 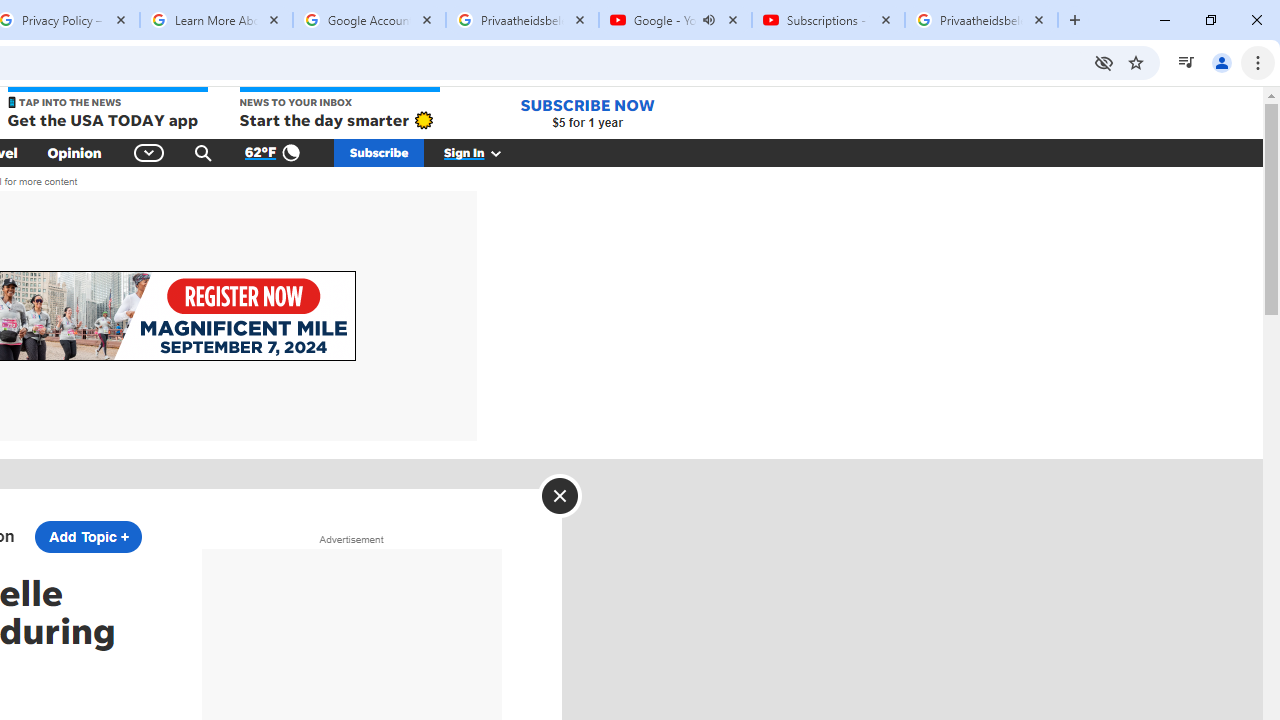 I want to click on 'Subscriptions - YouTube', so click(x=828, y=20).